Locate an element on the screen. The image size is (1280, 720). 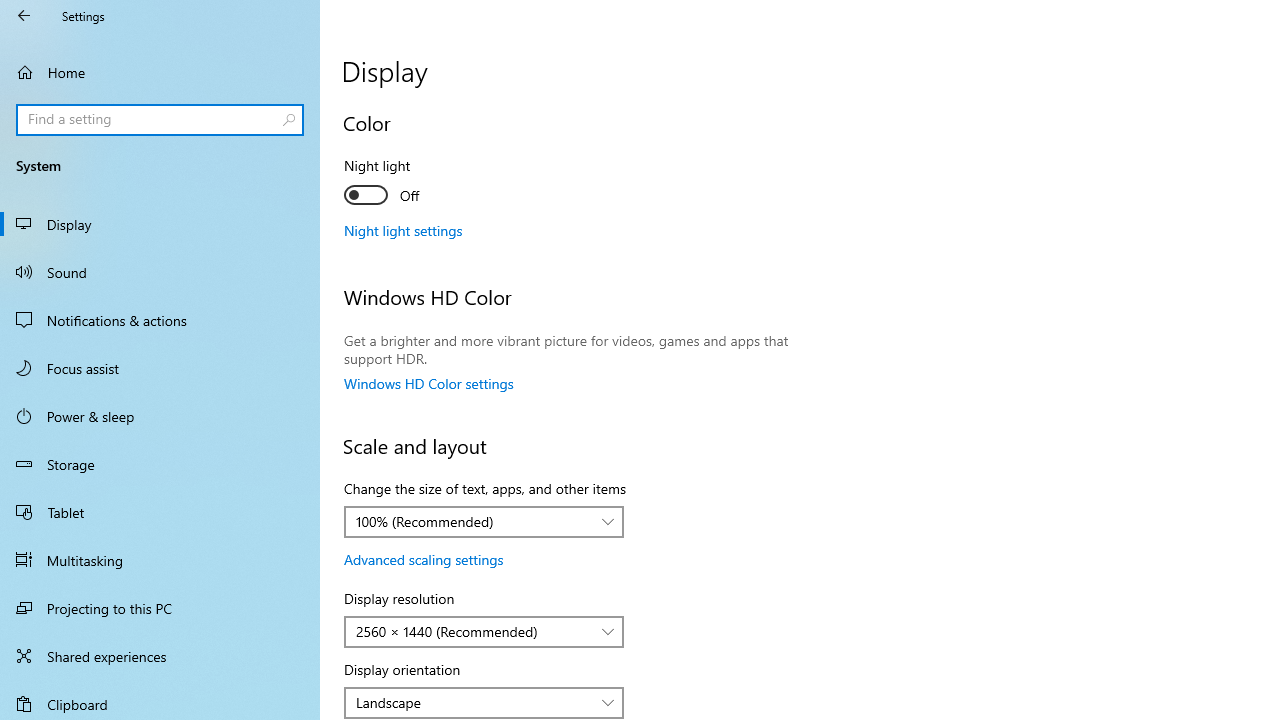
'Windows HD Color settings' is located at coordinates (428, 383).